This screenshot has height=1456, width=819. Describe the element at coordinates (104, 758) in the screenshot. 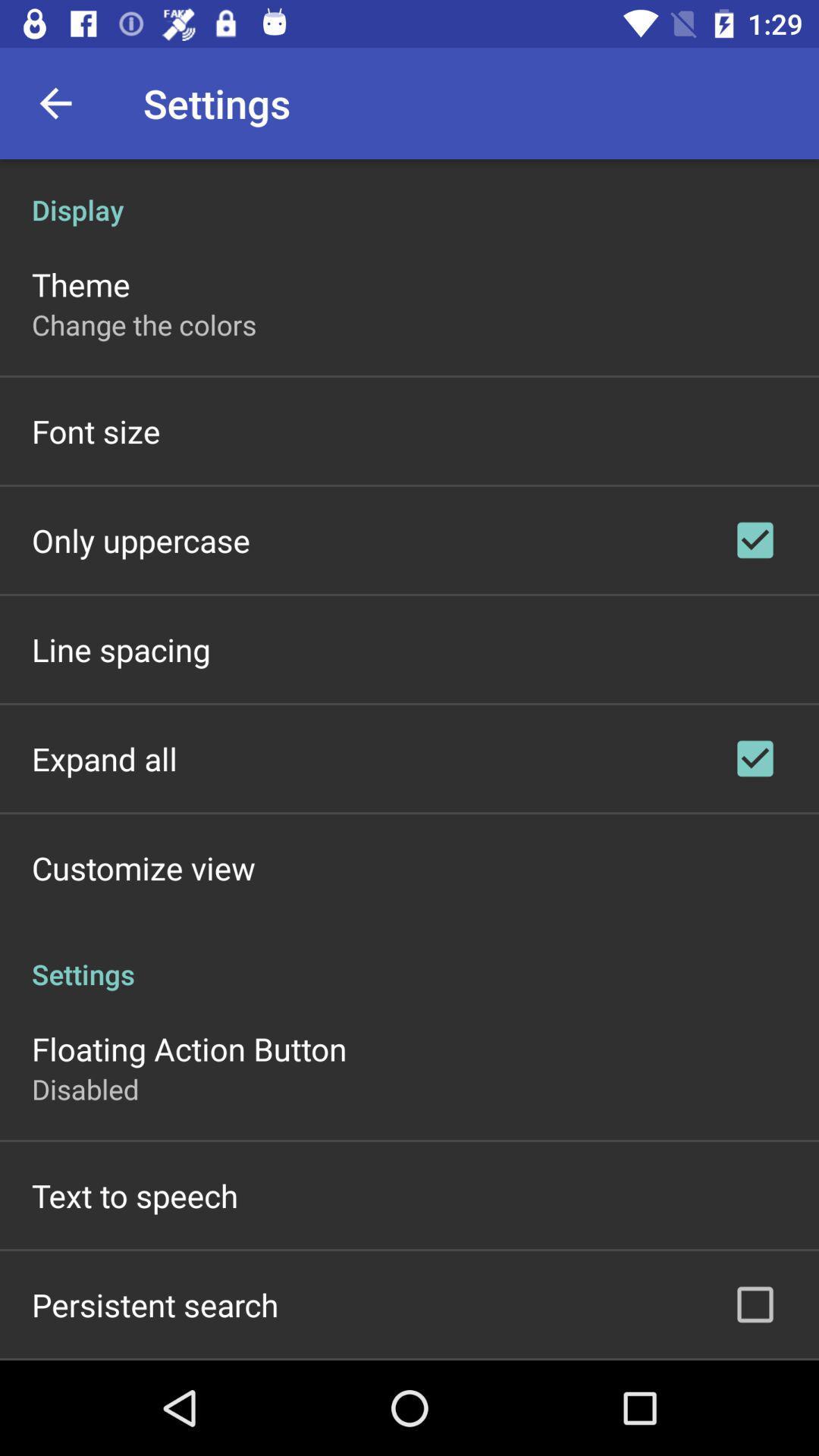

I see `icon below the line spacing item` at that location.